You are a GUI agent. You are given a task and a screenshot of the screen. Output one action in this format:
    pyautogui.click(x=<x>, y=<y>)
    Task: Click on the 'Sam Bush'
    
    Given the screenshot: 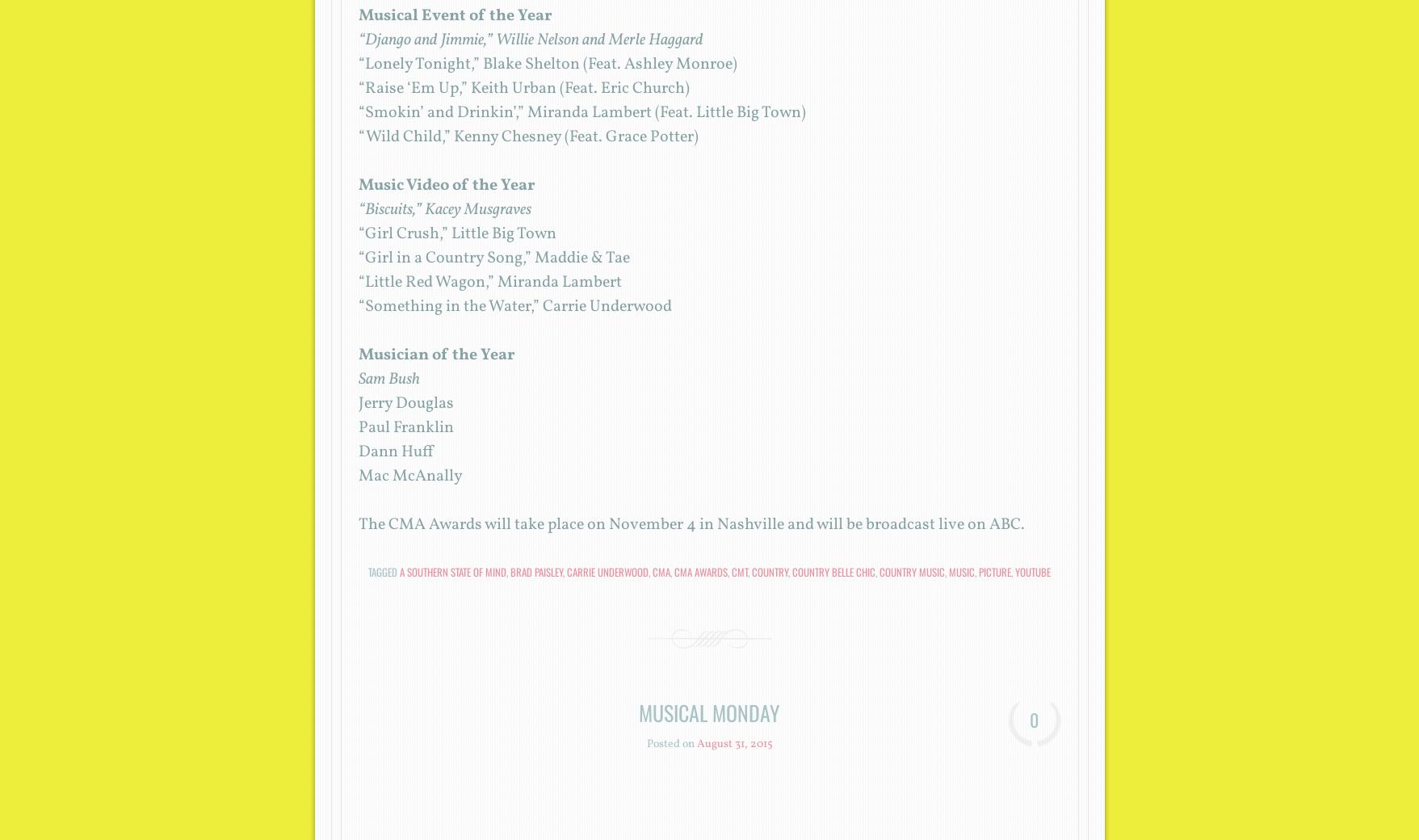 What is the action you would take?
    pyautogui.click(x=356, y=379)
    